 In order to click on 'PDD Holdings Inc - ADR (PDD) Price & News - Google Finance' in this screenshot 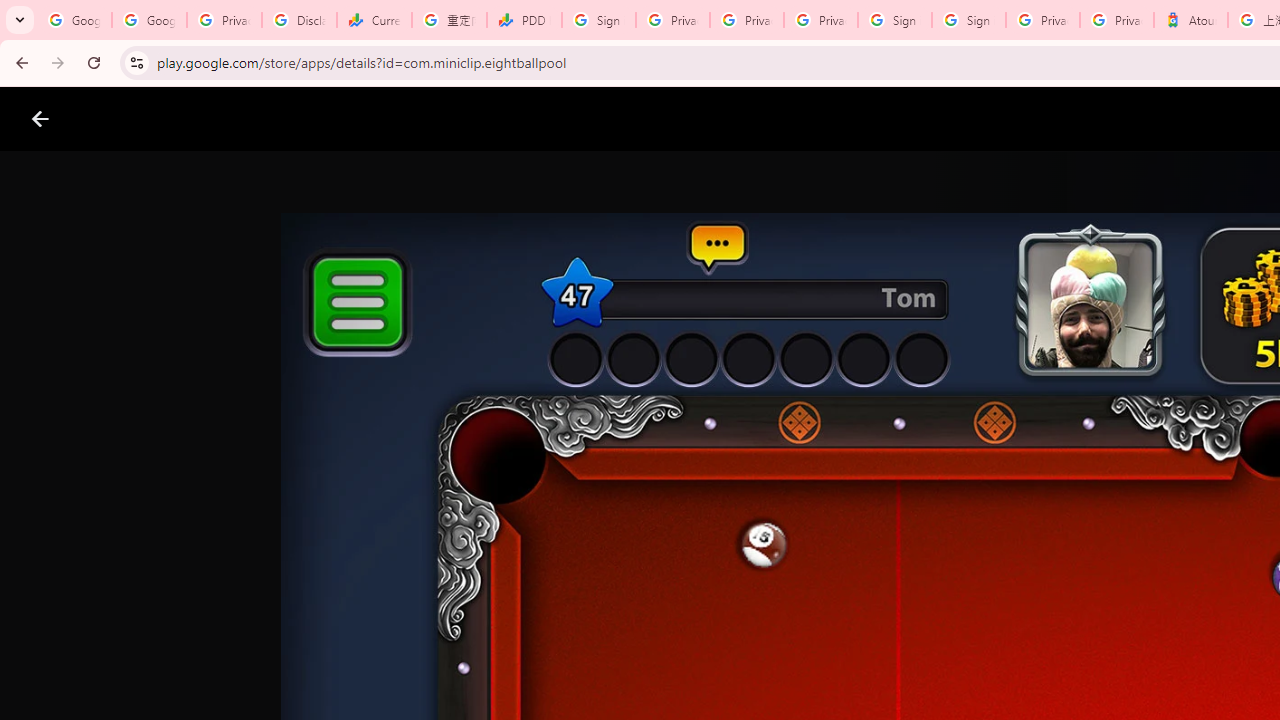, I will do `click(524, 20)`.